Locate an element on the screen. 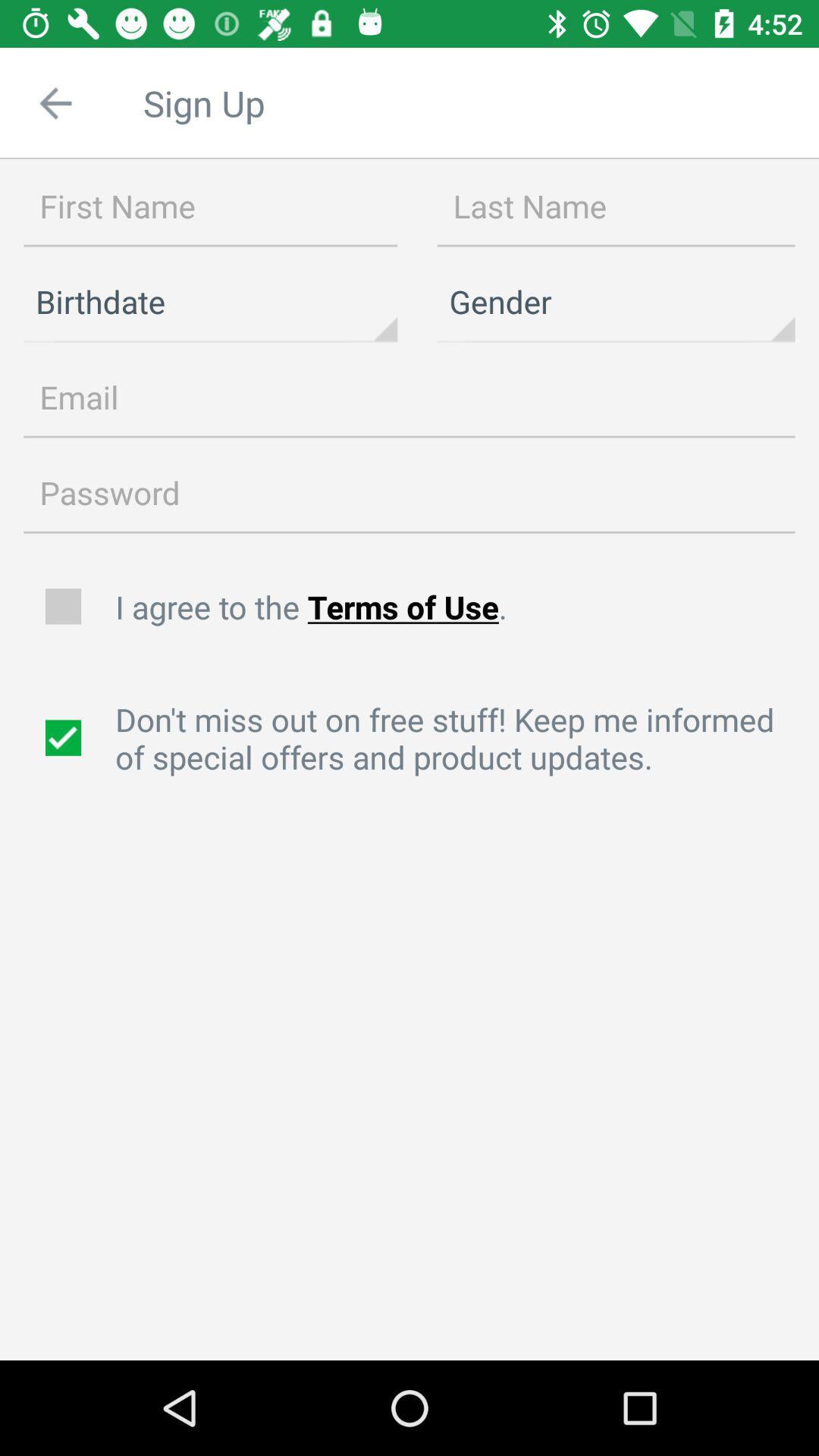  i agree to is located at coordinates (458, 607).